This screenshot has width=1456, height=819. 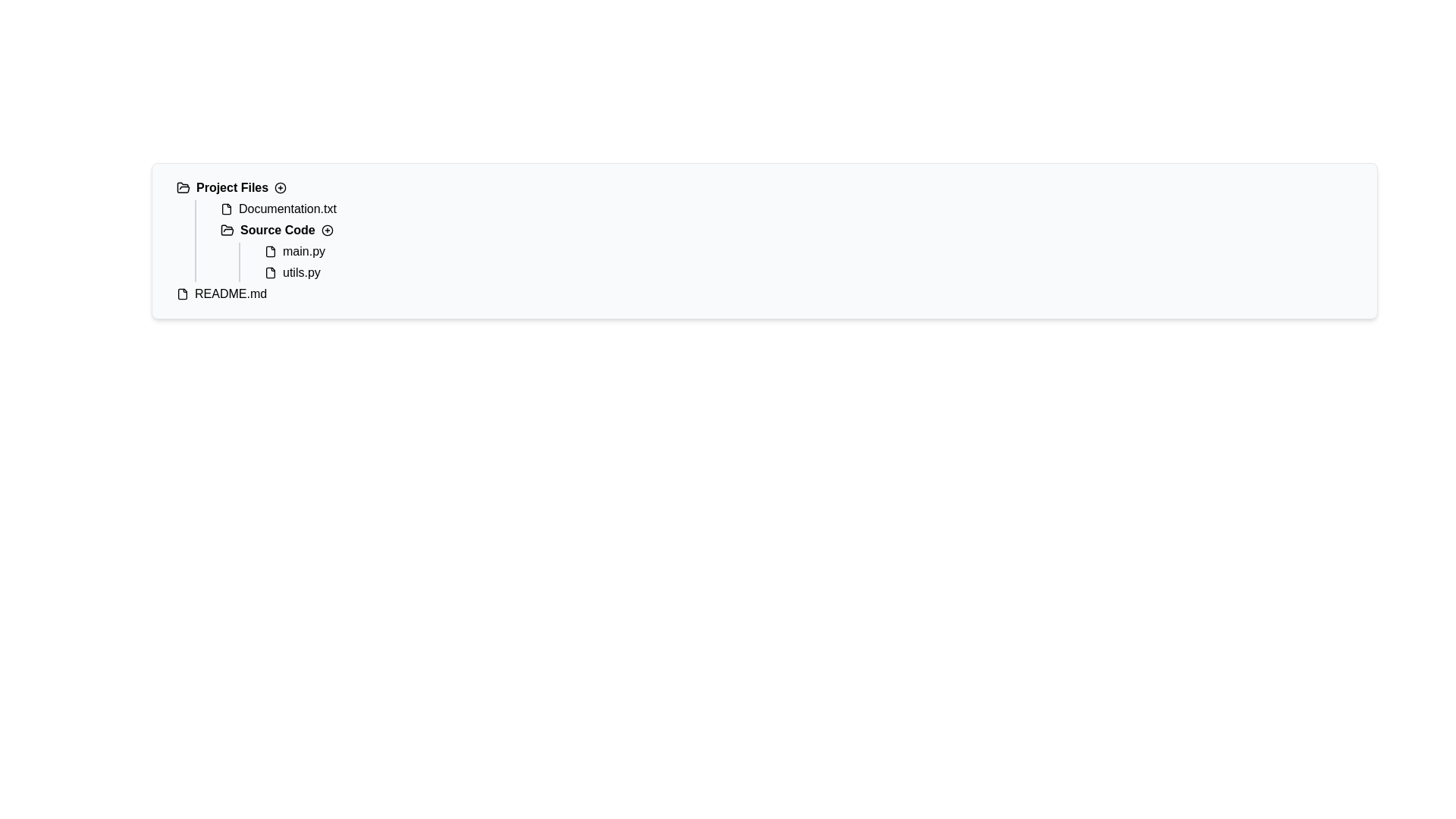 What do you see at coordinates (281, 187) in the screenshot?
I see `the circular button with a plus icon located to the far right of the 'Project Files' header section` at bounding box center [281, 187].